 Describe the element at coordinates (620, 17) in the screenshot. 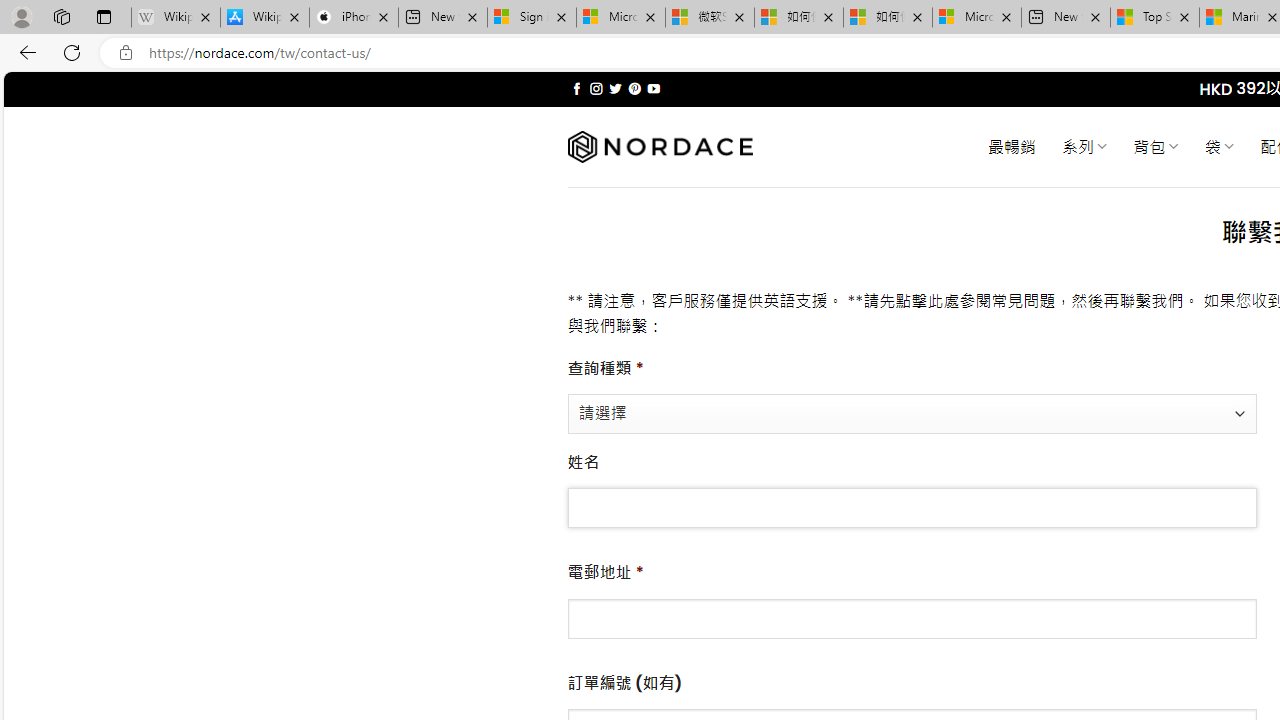

I see `'Microsoft Services Agreement'` at that location.